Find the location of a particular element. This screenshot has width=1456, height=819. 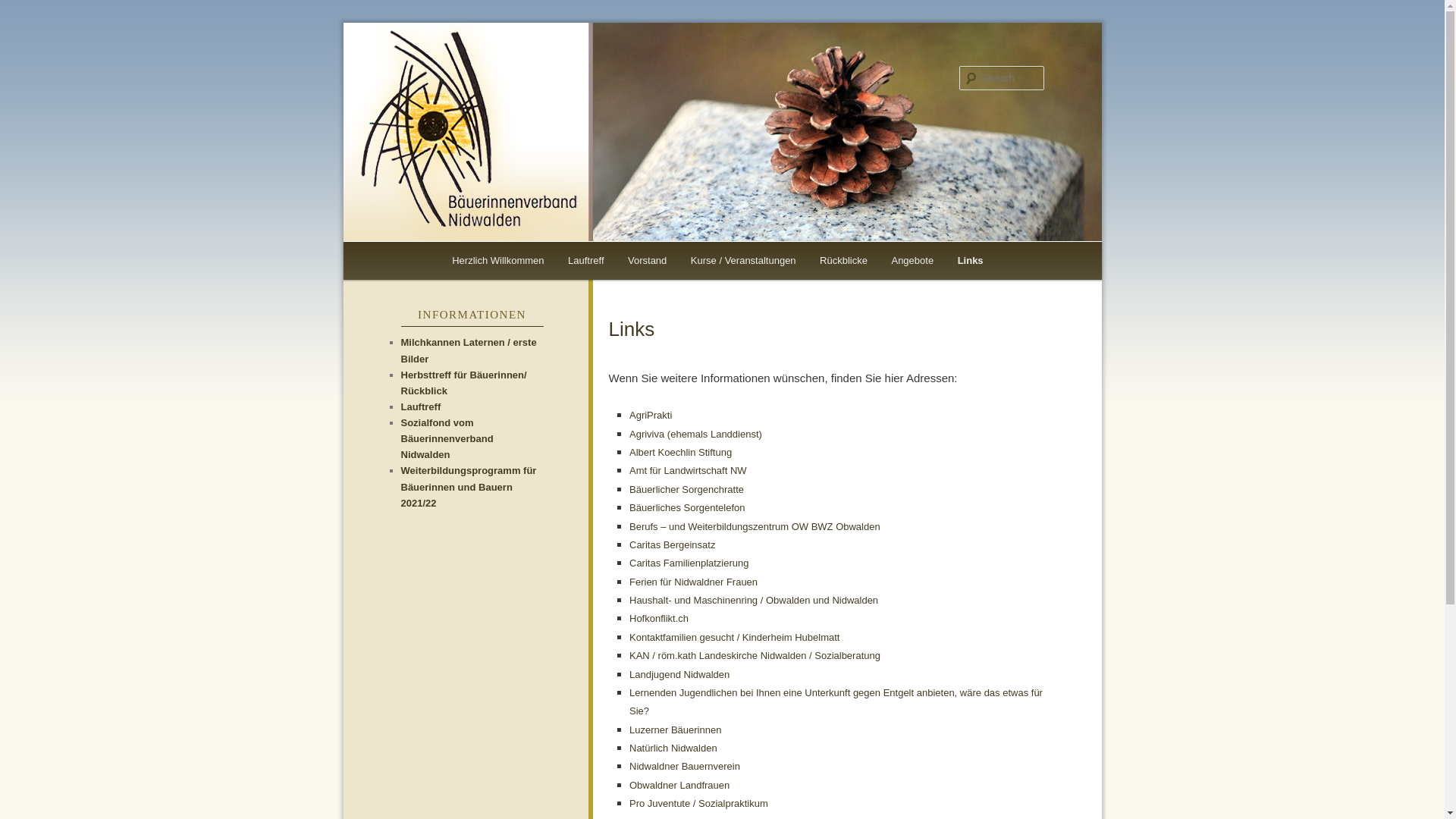

'Angebote' is located at coordinates (912, 259).